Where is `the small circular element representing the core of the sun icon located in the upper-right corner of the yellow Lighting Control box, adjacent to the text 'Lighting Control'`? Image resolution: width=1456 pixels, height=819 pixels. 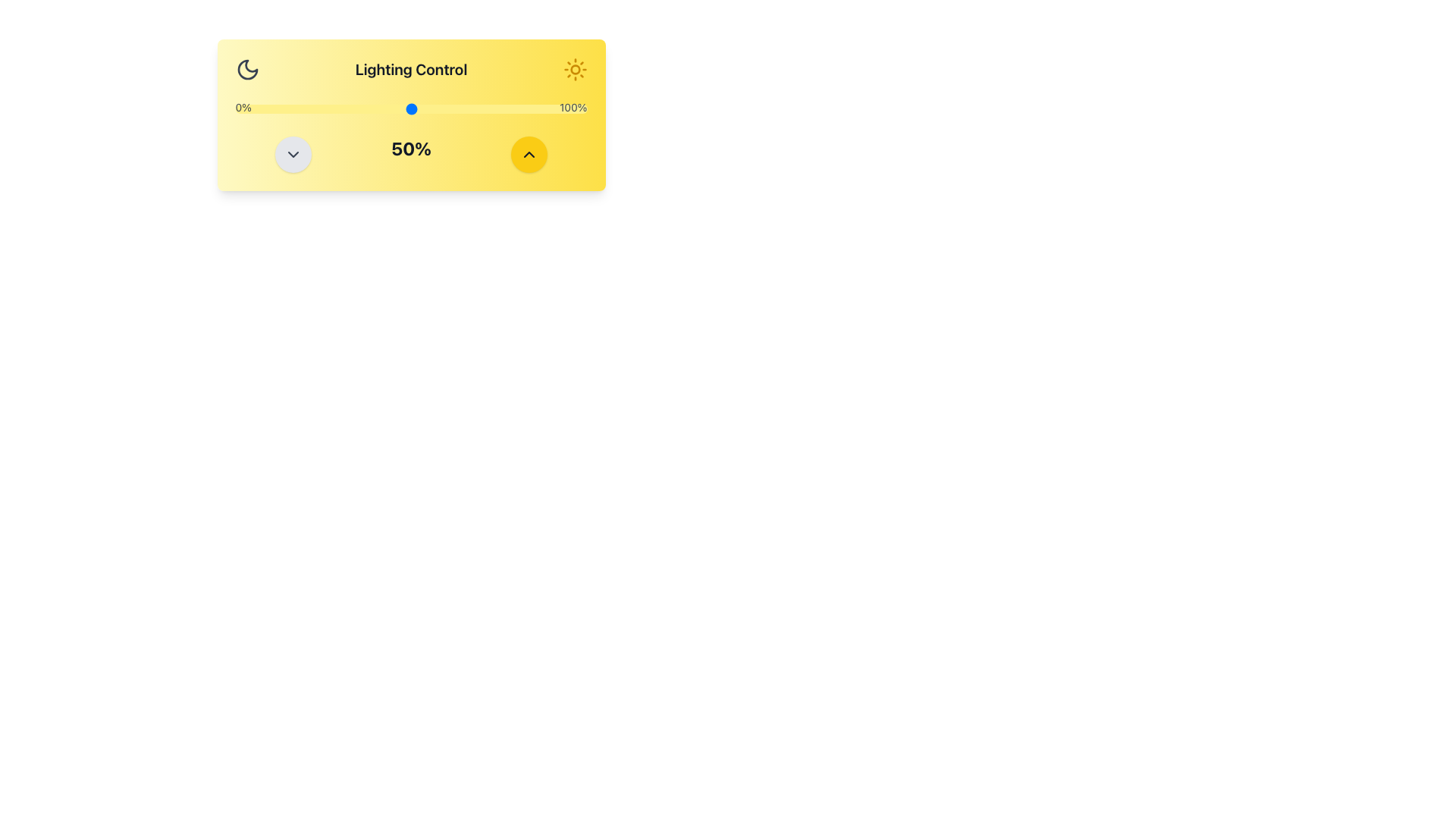 the small circular element representing the core of the sun icon located in the upper-right corner of the yellow Lighting Control box, adjacent to the text 'Lighting Control' is located at coordinates (574, 70).